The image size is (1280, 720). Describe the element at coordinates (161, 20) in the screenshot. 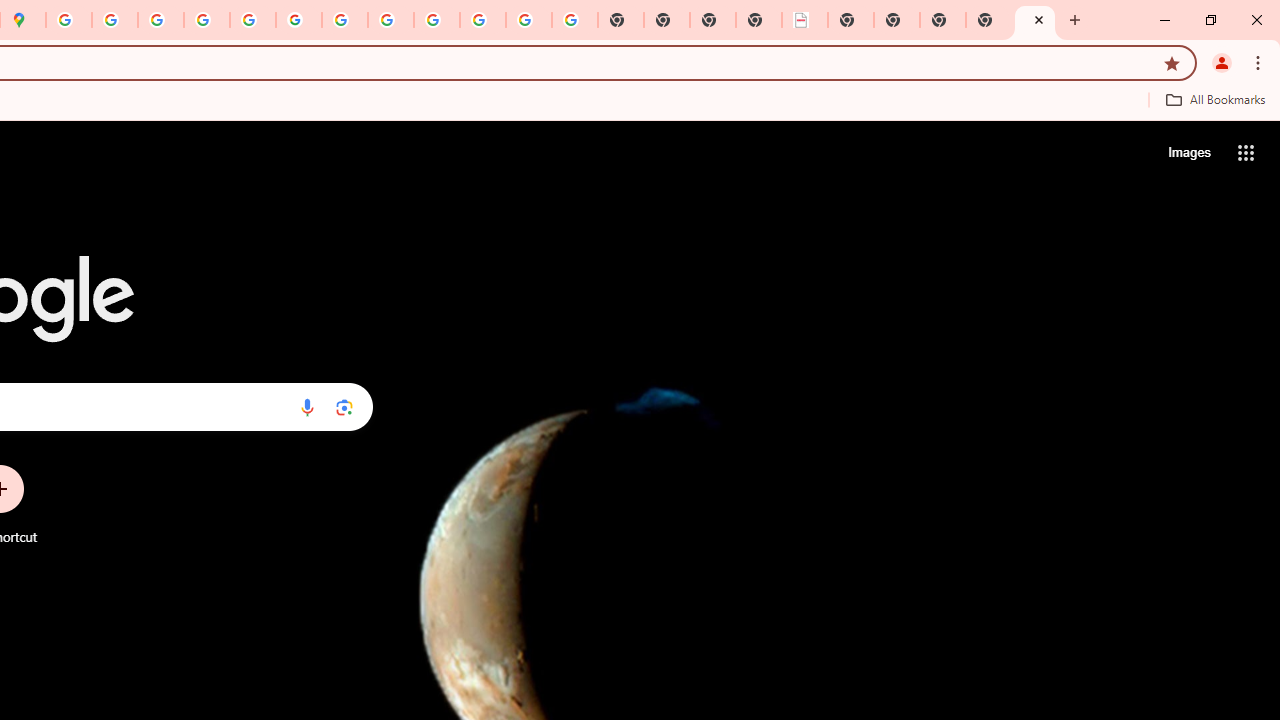

I see `'Privacy Help Center - Policies Help'` at that location.